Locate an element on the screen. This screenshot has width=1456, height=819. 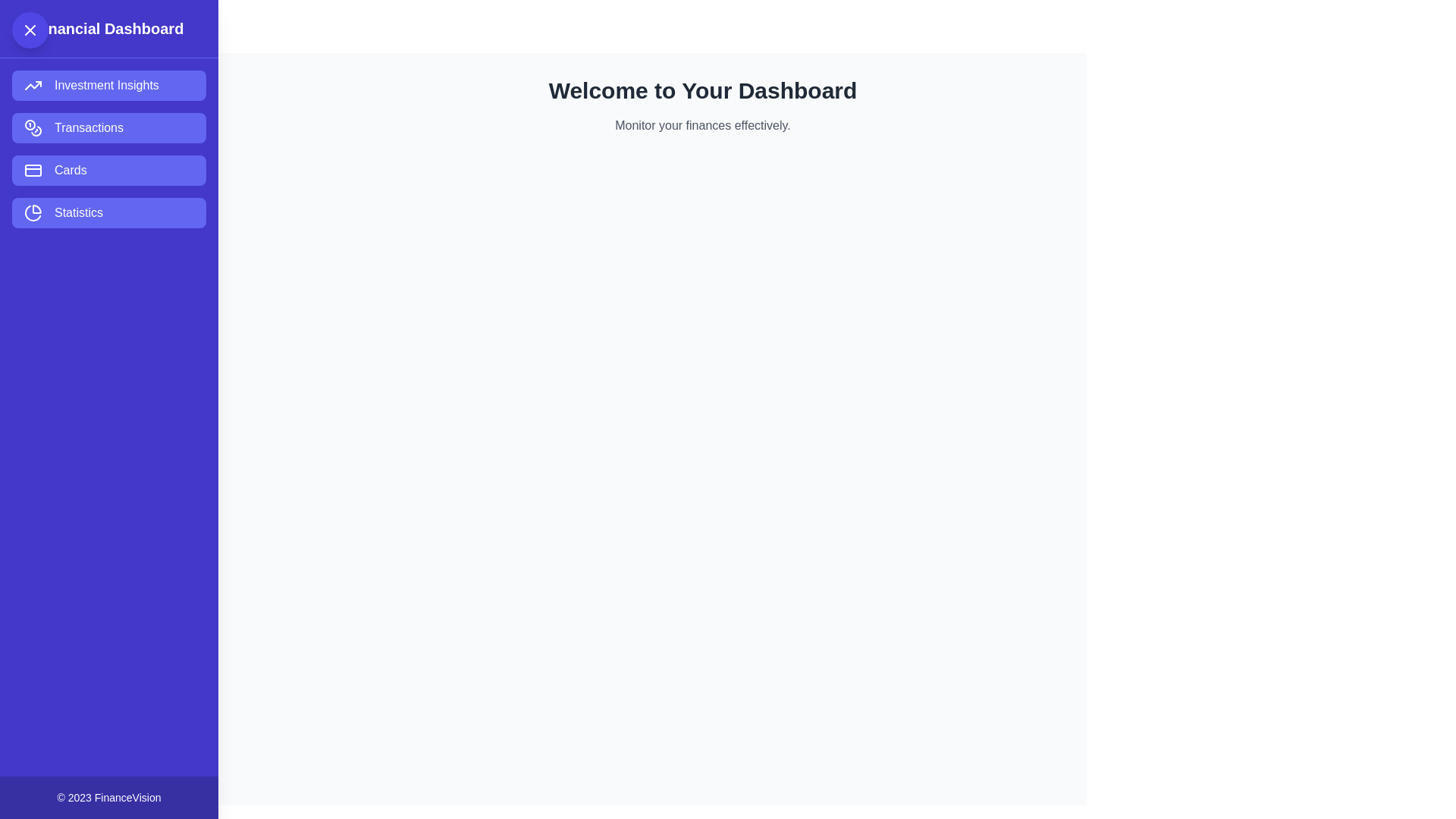
the second navigation button in the left sidebar, located below the 'Investment Insights' button and above the 'Cards' button is located at coordinates (108, 127).